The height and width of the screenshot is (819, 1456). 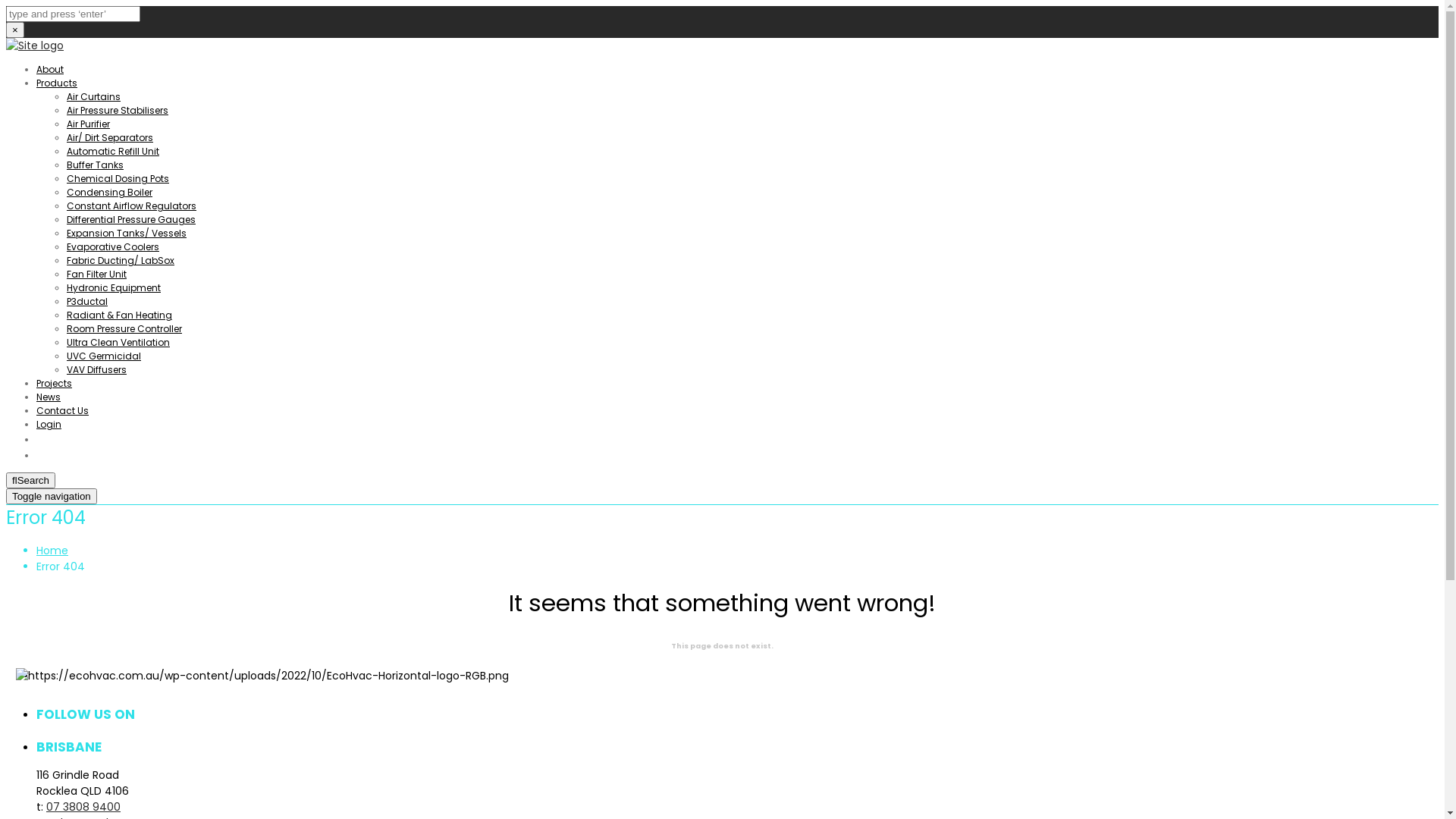 What do you see at coordinates (103, 356) in the screenshot?
I see `'UVC Germicidal'` at bounding box center [103, 356].